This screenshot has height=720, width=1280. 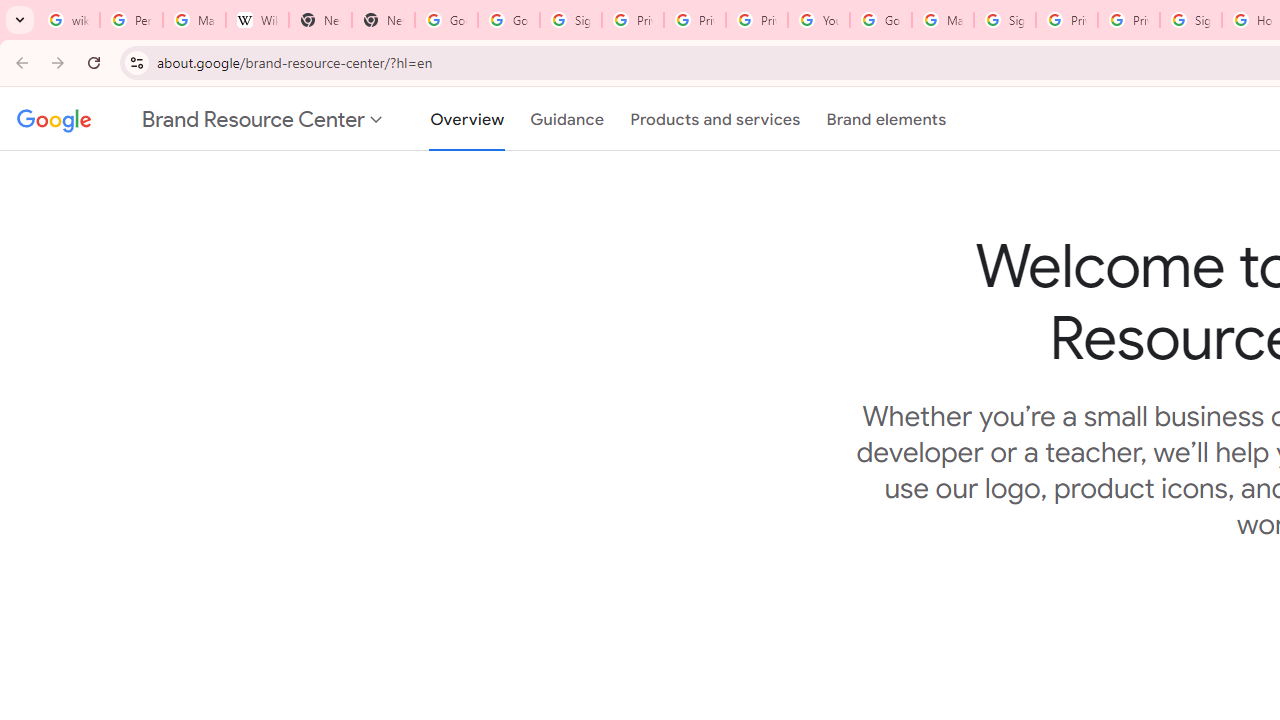 I want to click on 'New Tab', so click(x=320, y=20).